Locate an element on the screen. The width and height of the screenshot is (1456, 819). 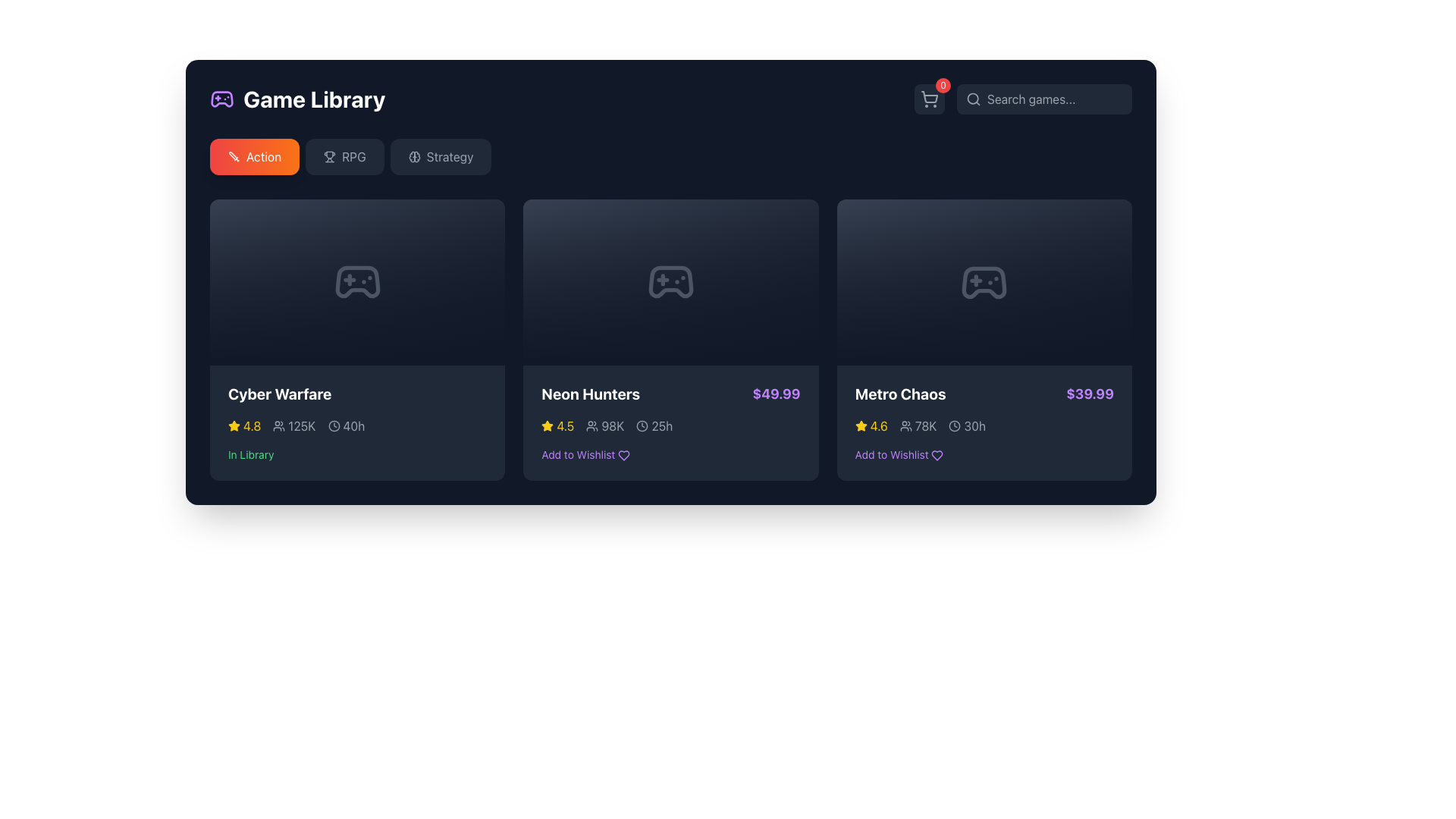
the gamepad icon representing the 'Cyber Warfare' game located in the upper section of its card to interact with the game is located at coordinates (356, 282).